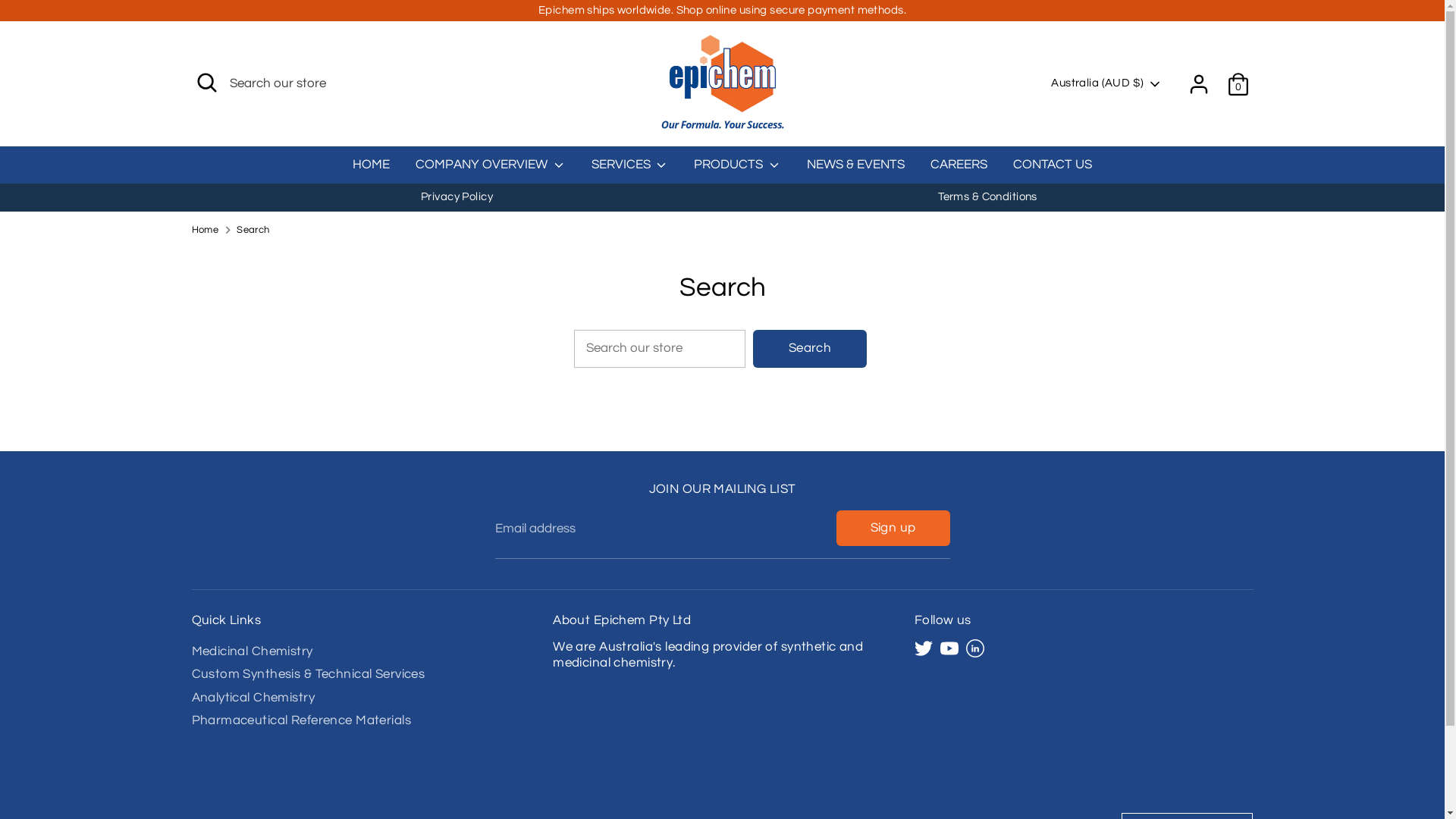  What do you see at coordinates (190, 719) in the screenshot?
I see `'Pharmaceutical Reference Materials'` at bounding box center [190, 719].